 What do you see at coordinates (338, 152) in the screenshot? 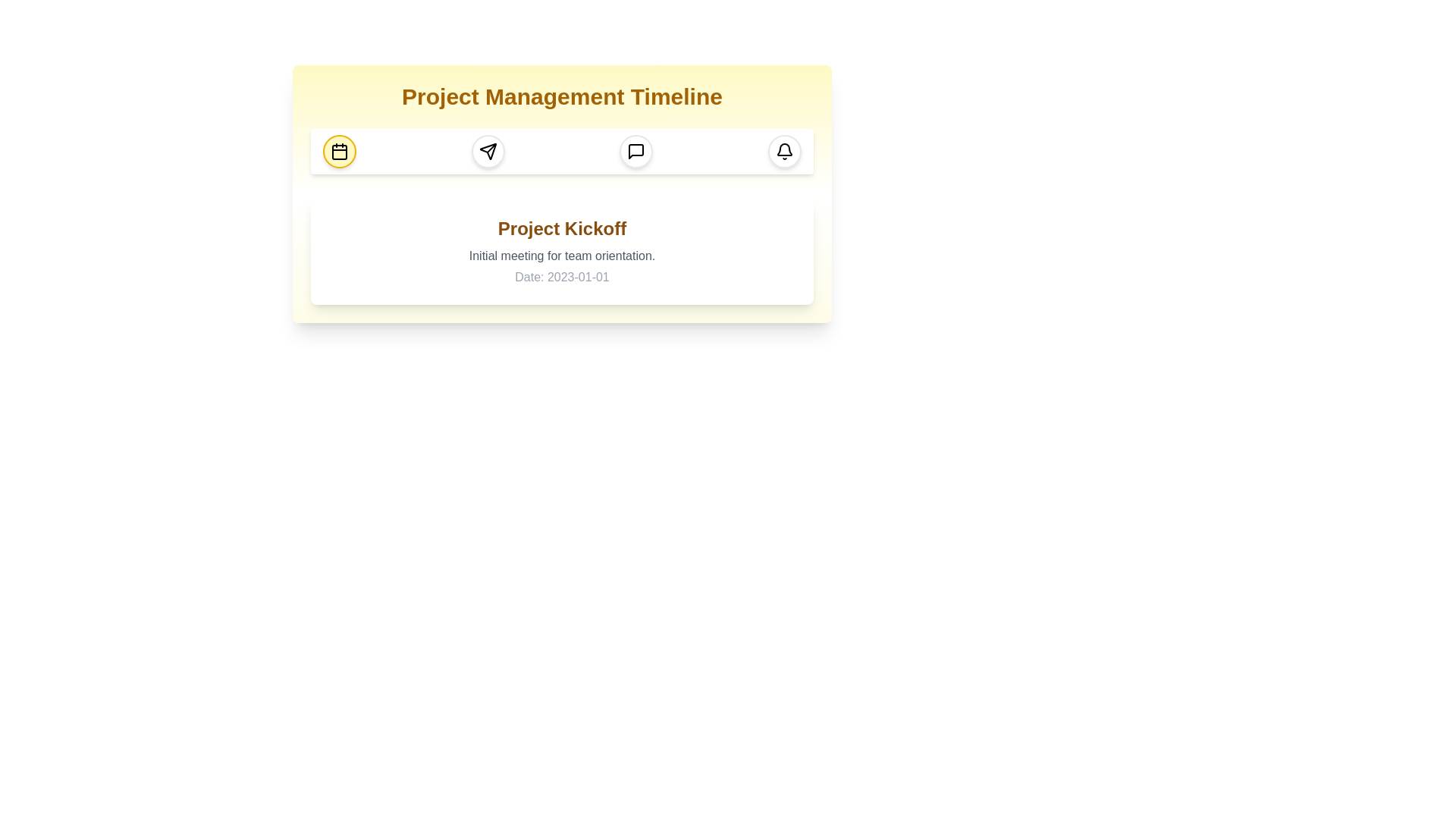
I see `the circular button with a yellow outline and calendar icon in the 'Project Management Timeline' panel` at bounding box center [338, 152].